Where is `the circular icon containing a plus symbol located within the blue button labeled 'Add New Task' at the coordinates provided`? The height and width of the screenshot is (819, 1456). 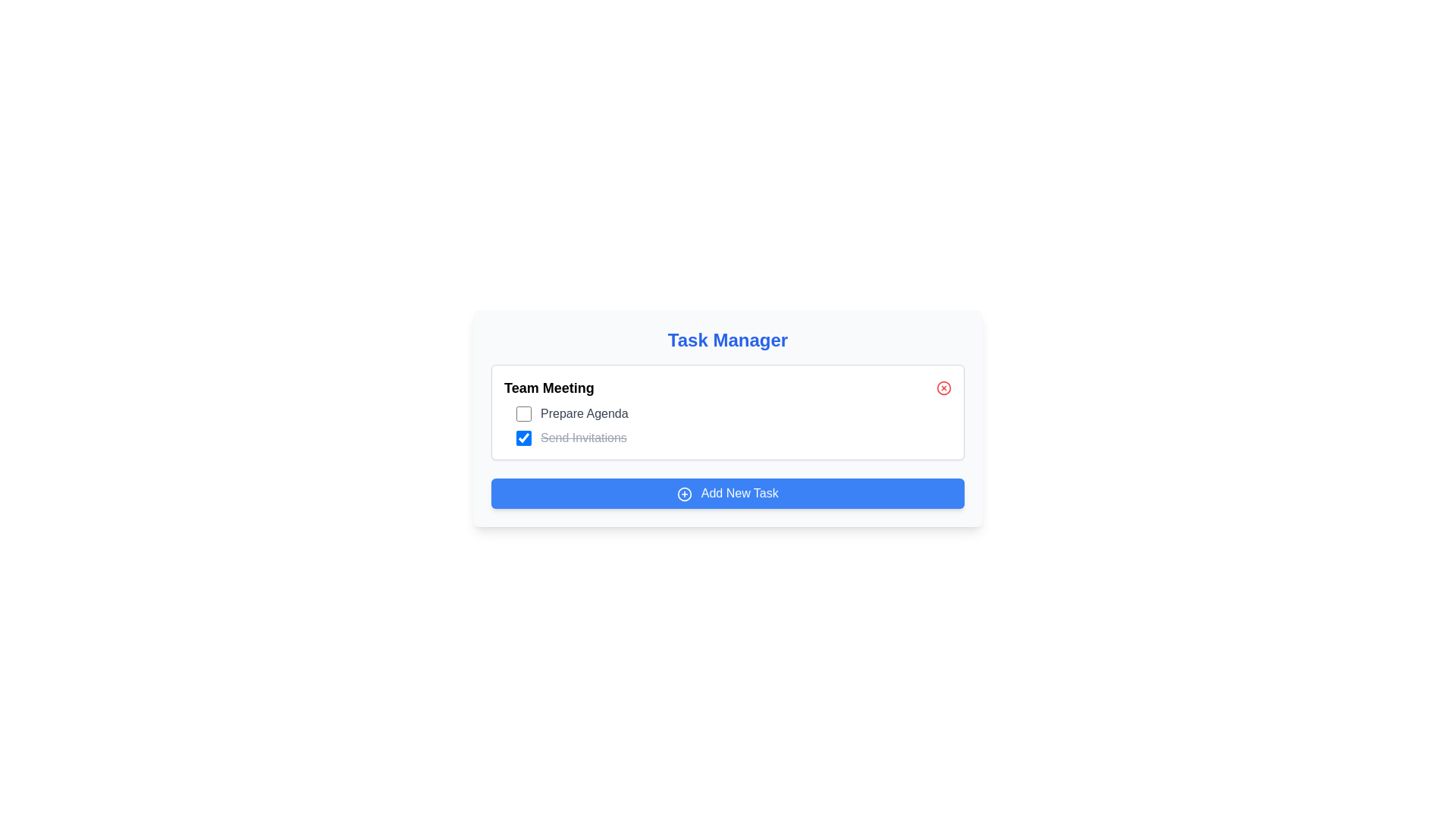
the circular icon containing a plus symbol located within the blue button labeled 'Add New Task' at the coordinates provided is located at coordinates (684, 494).